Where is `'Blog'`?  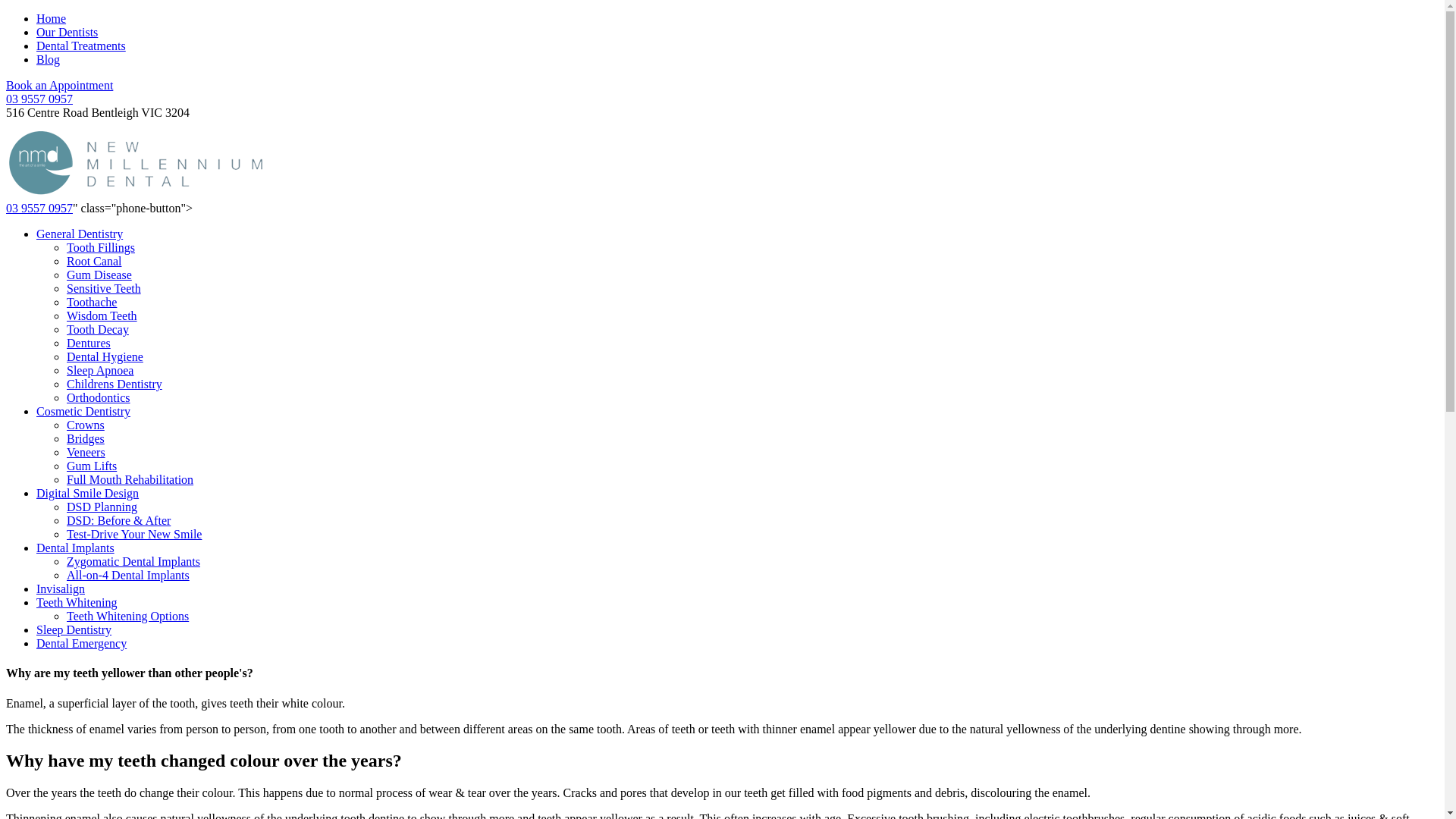 'Blog' is located at coordinates (48, 58).